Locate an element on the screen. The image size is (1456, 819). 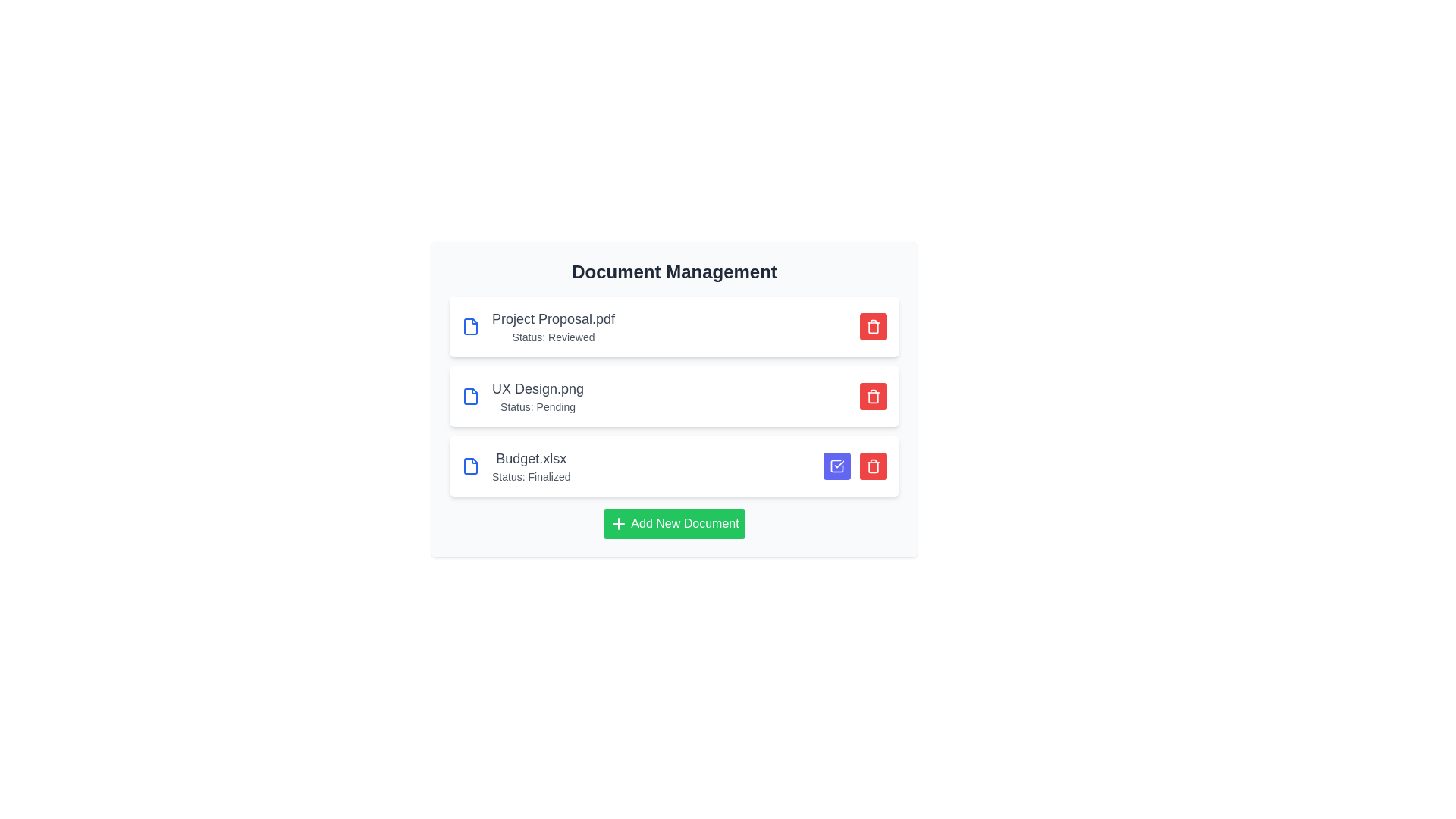
the 'Add New Document' button to add a new document to the list is located at coordinates (673, 522).